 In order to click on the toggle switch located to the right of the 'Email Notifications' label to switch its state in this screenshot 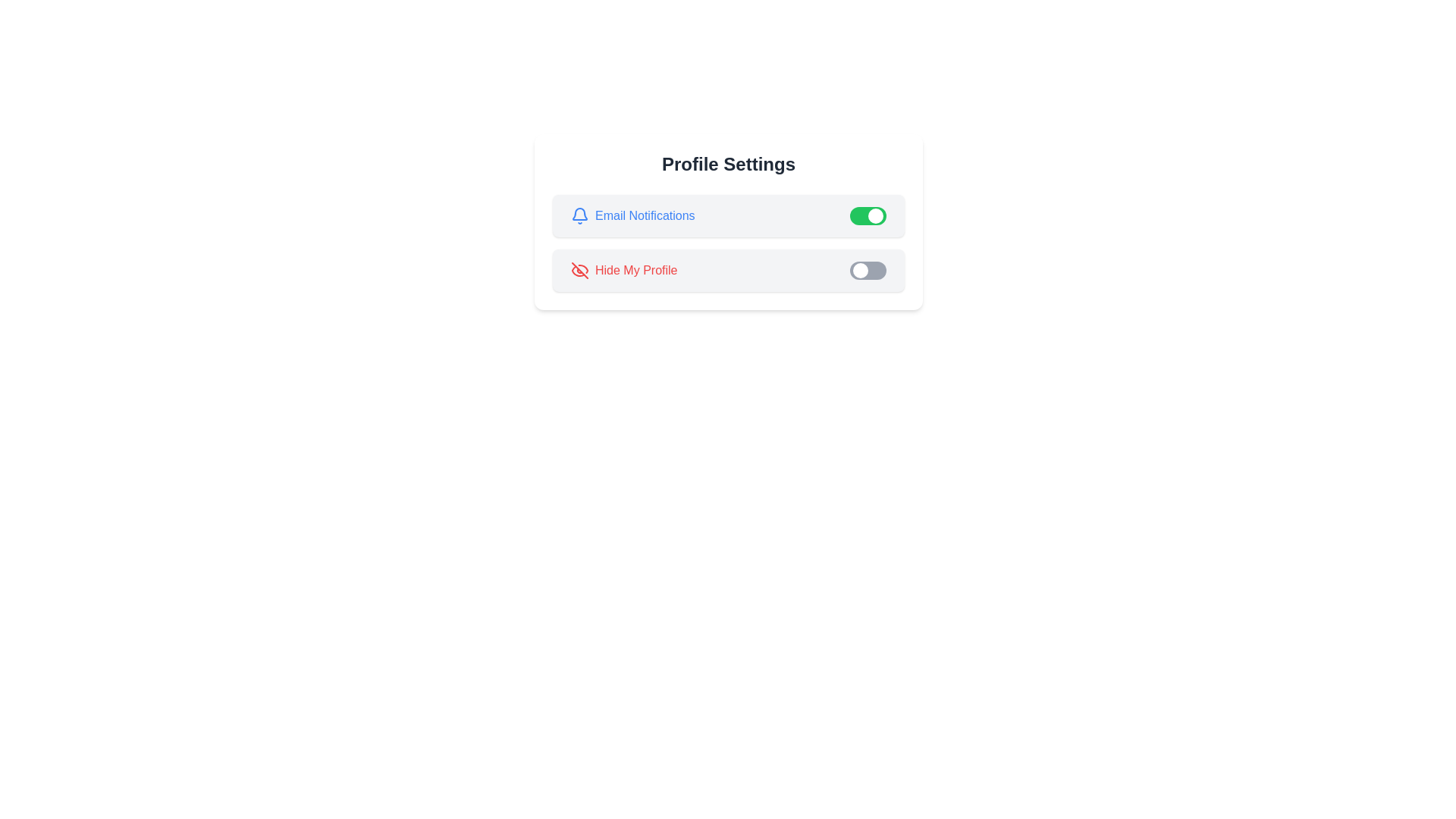, I will do `click(868, 216)`.